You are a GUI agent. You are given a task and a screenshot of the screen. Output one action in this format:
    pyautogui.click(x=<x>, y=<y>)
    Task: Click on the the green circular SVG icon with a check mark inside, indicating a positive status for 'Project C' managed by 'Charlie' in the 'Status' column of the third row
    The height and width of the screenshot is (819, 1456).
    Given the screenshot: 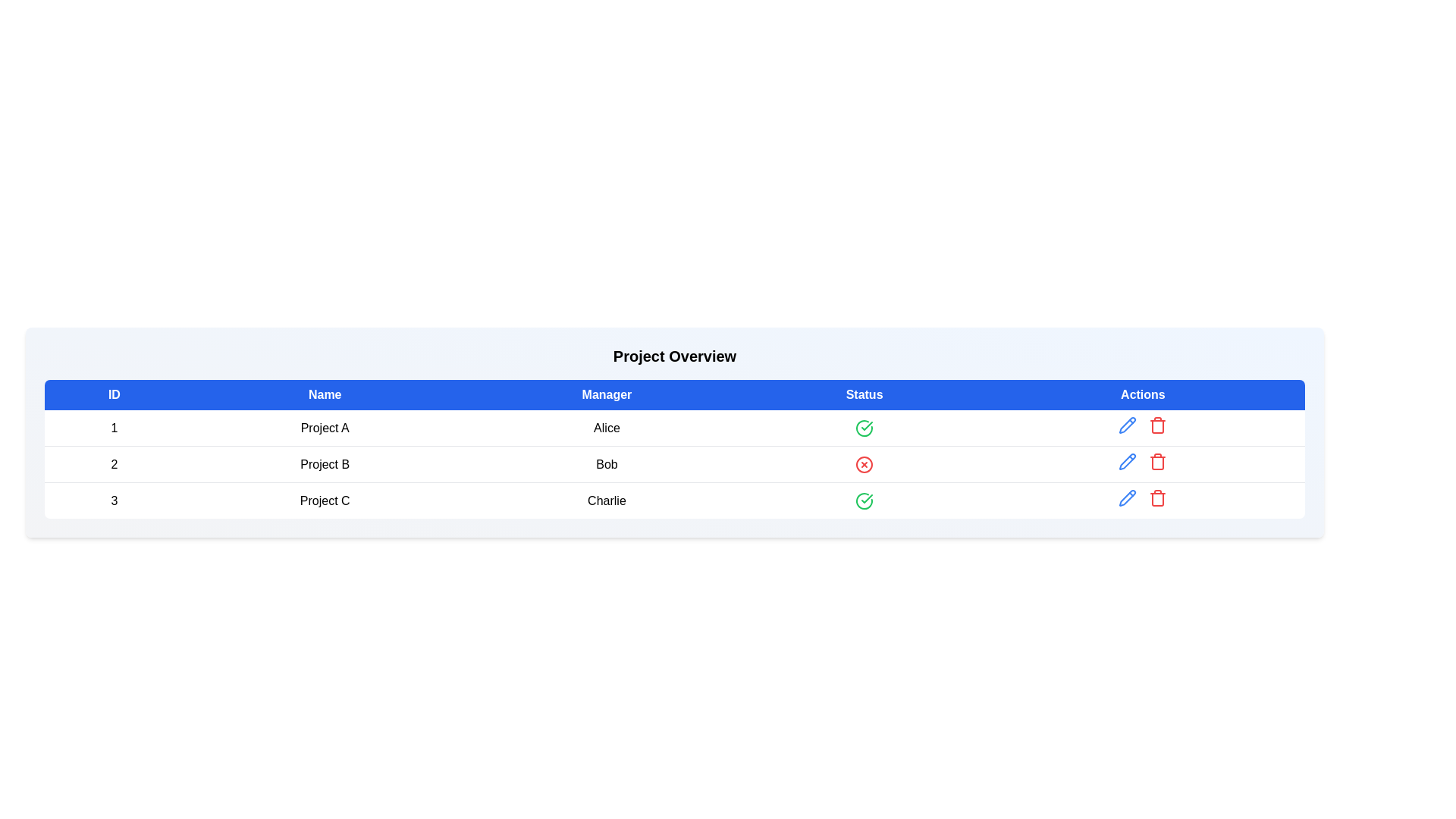 What is the action you would take?
    pyautogui.click(x=864, y=500)
    